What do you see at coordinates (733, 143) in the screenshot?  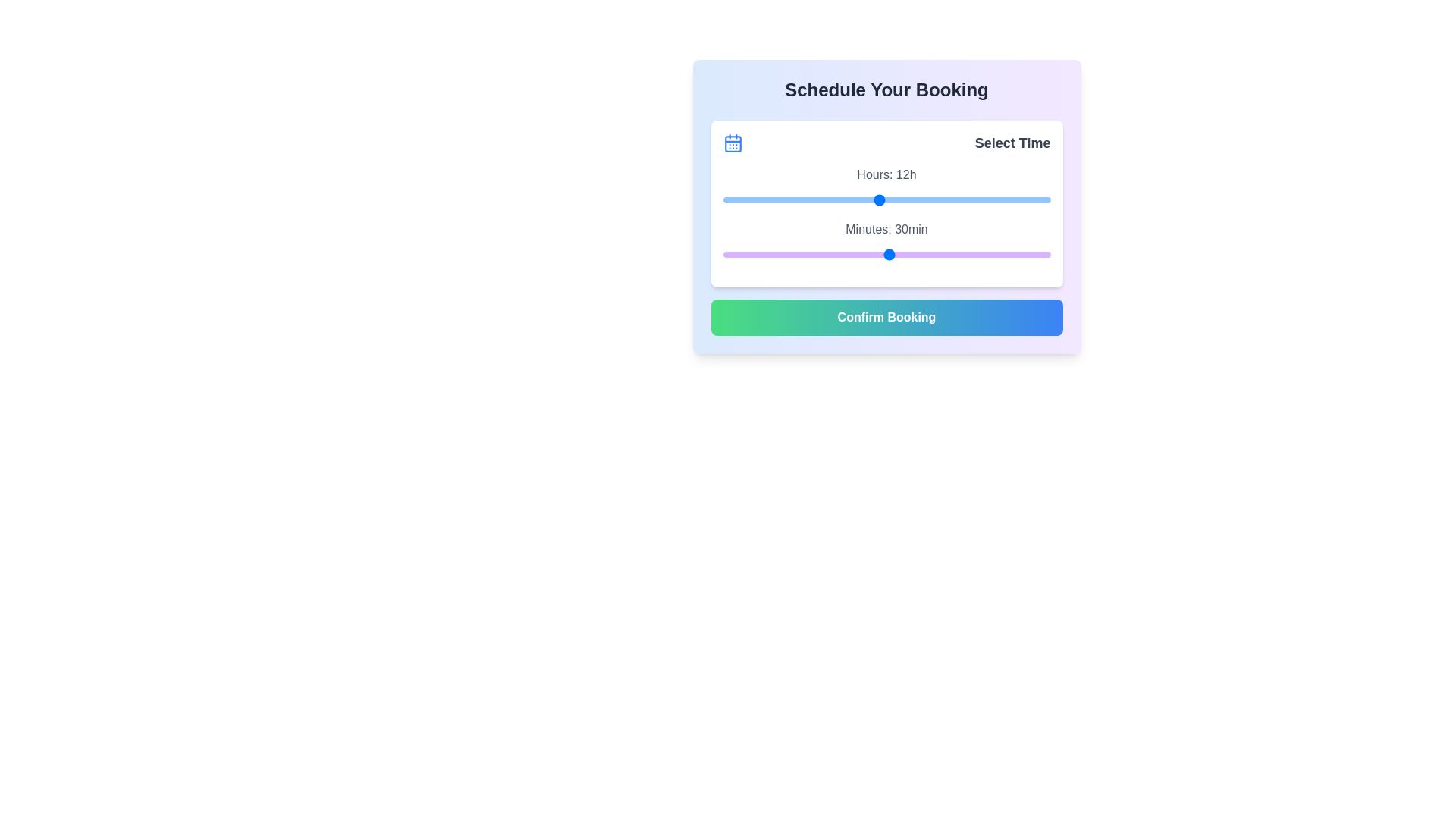 I see `the calendar icon for visual inspection` at bounding box center [733, 143].